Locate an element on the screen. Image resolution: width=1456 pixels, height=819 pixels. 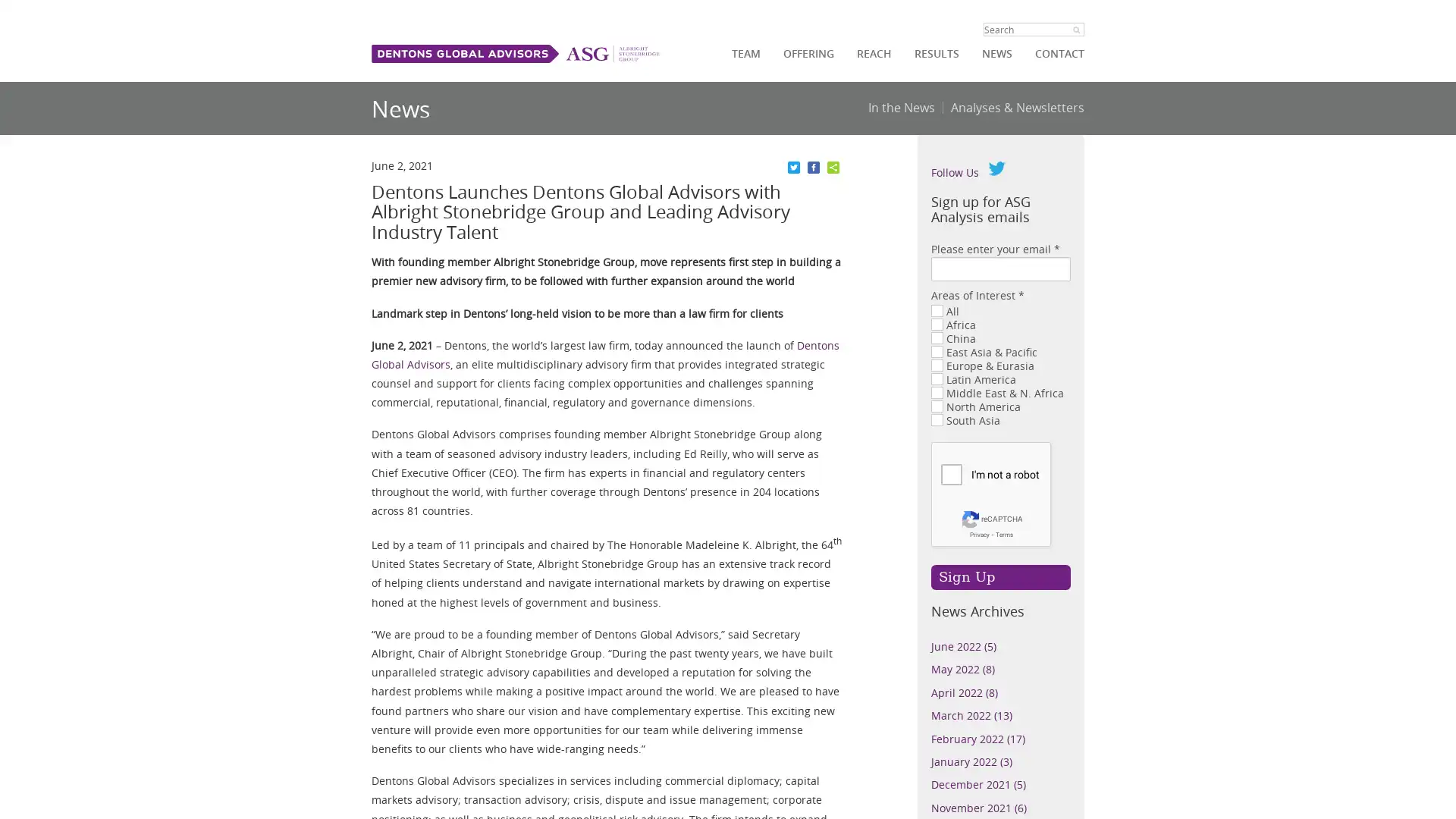
Sign Up is located at coordinates (1001, 576).